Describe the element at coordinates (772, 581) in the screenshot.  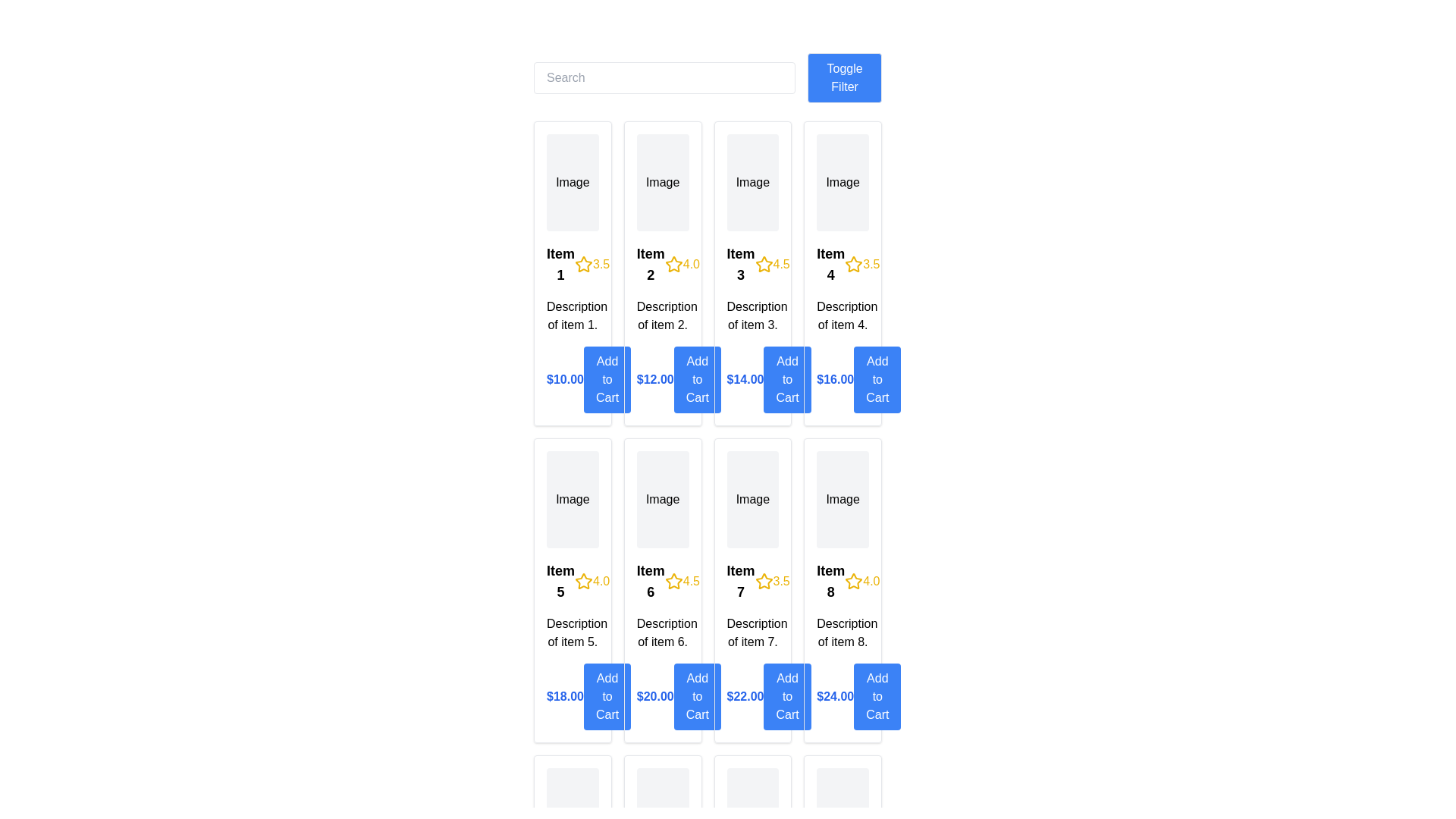
I see `the rating display for 'Item 7', which shows a rating of '3.5' with a yellow star icon adjacent to the text` at that location.